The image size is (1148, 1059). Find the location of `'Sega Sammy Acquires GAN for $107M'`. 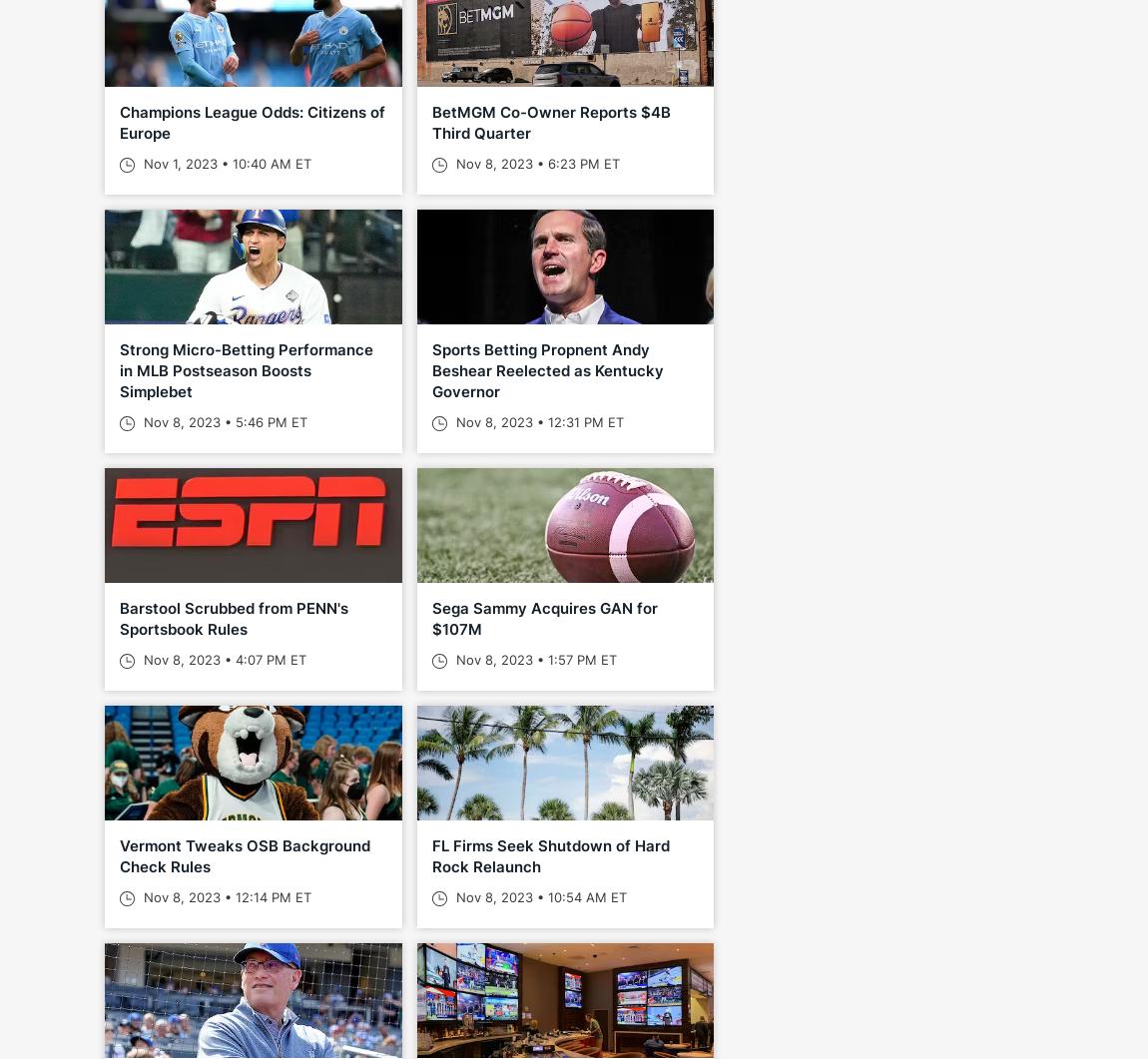

'Sega Sammy Acquires GAN for $107M' is located at coordinates (543, 618).